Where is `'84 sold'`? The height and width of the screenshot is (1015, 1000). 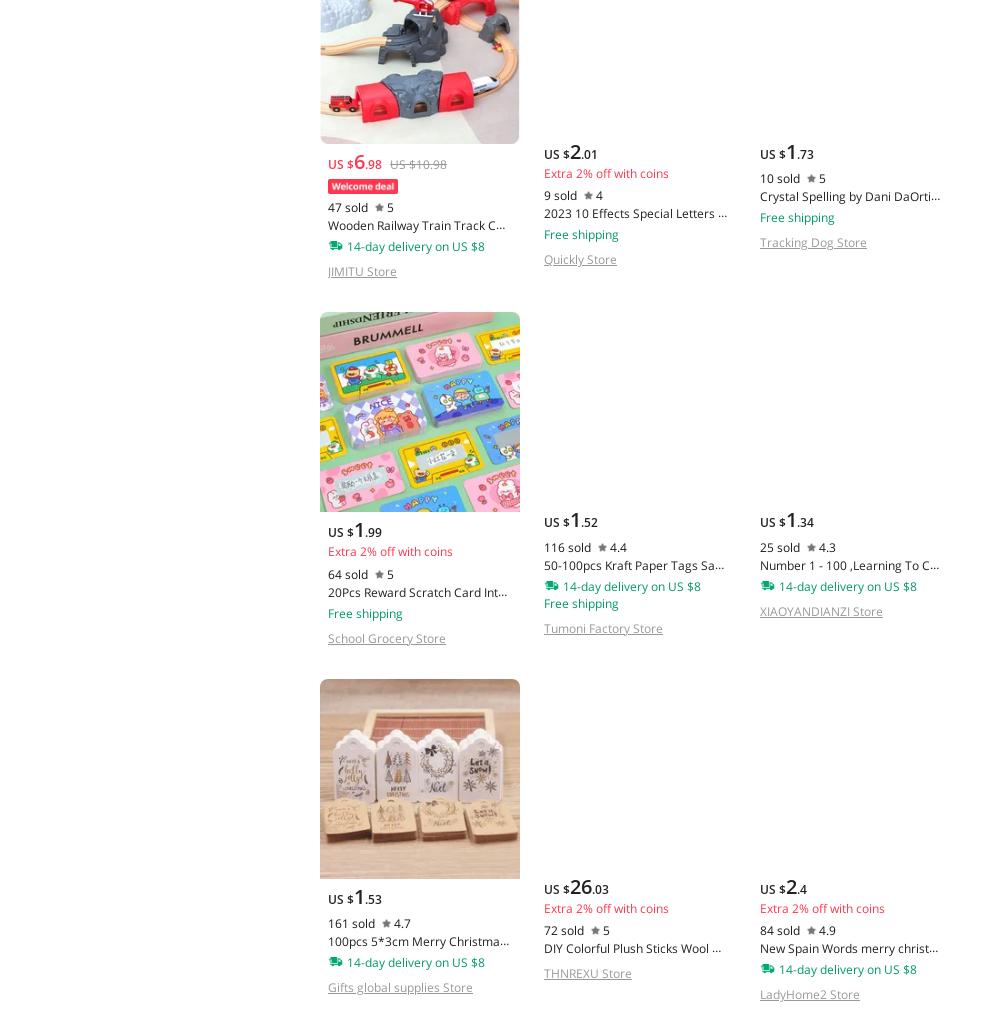
'84 sold' is located at coordinates (779, 929).